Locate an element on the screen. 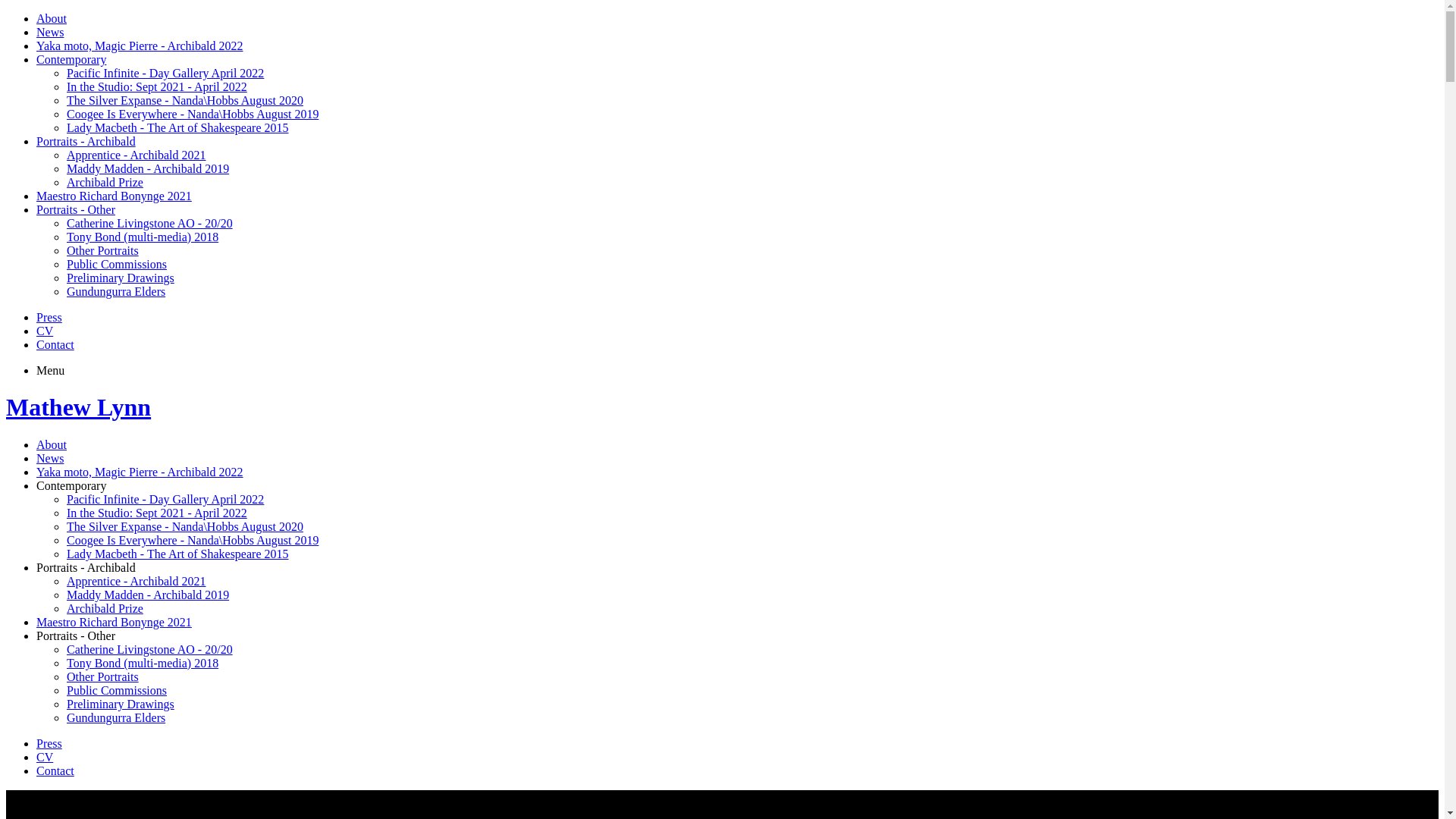  'Maestro Richard Bonynge 2021' is located at coordinates (36, 622).